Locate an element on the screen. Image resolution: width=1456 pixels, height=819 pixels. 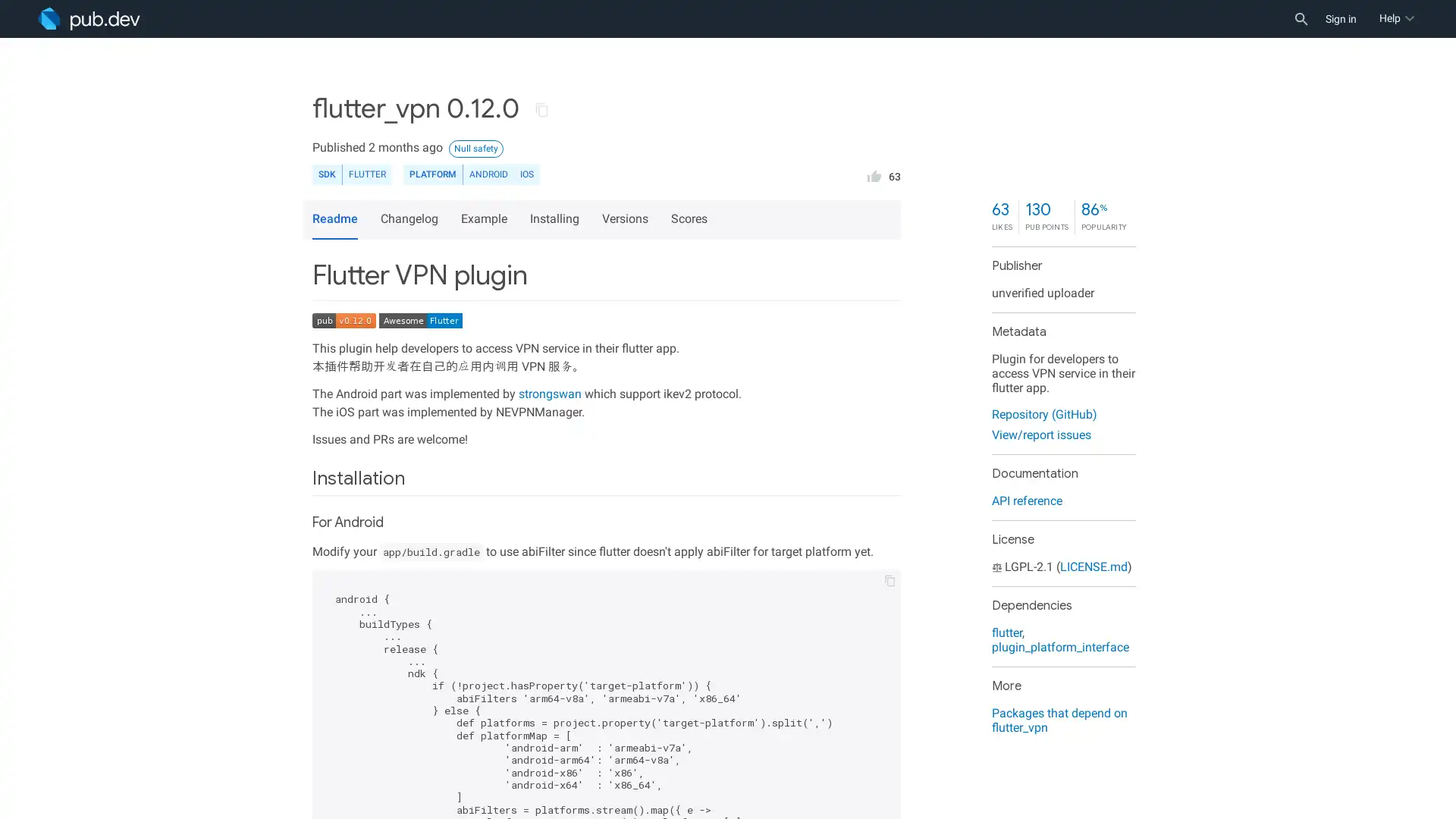
Readme is located at coordinates (334, 219).